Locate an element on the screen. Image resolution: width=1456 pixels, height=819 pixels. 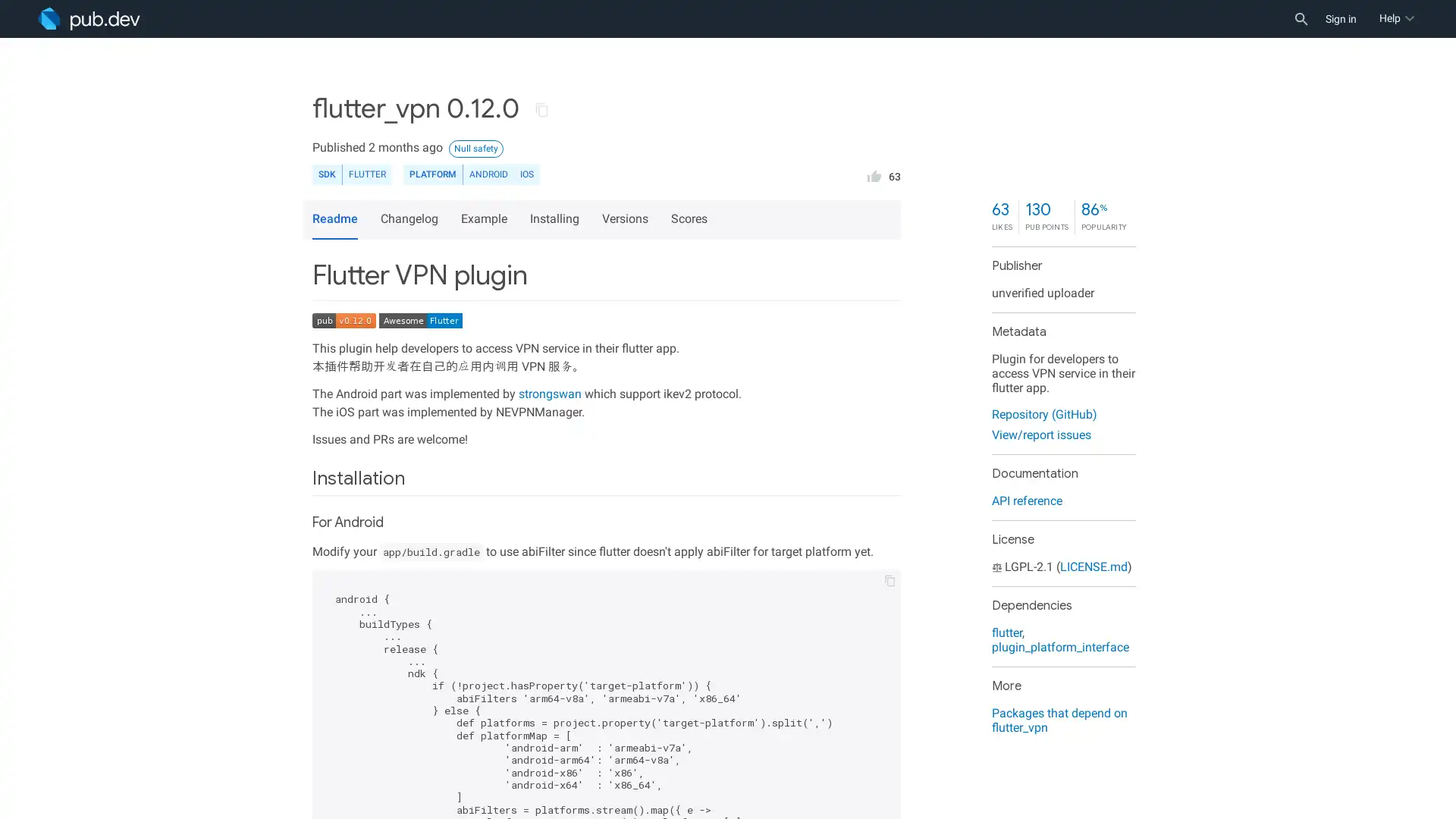
Readme is located at coordinates (334, 219).